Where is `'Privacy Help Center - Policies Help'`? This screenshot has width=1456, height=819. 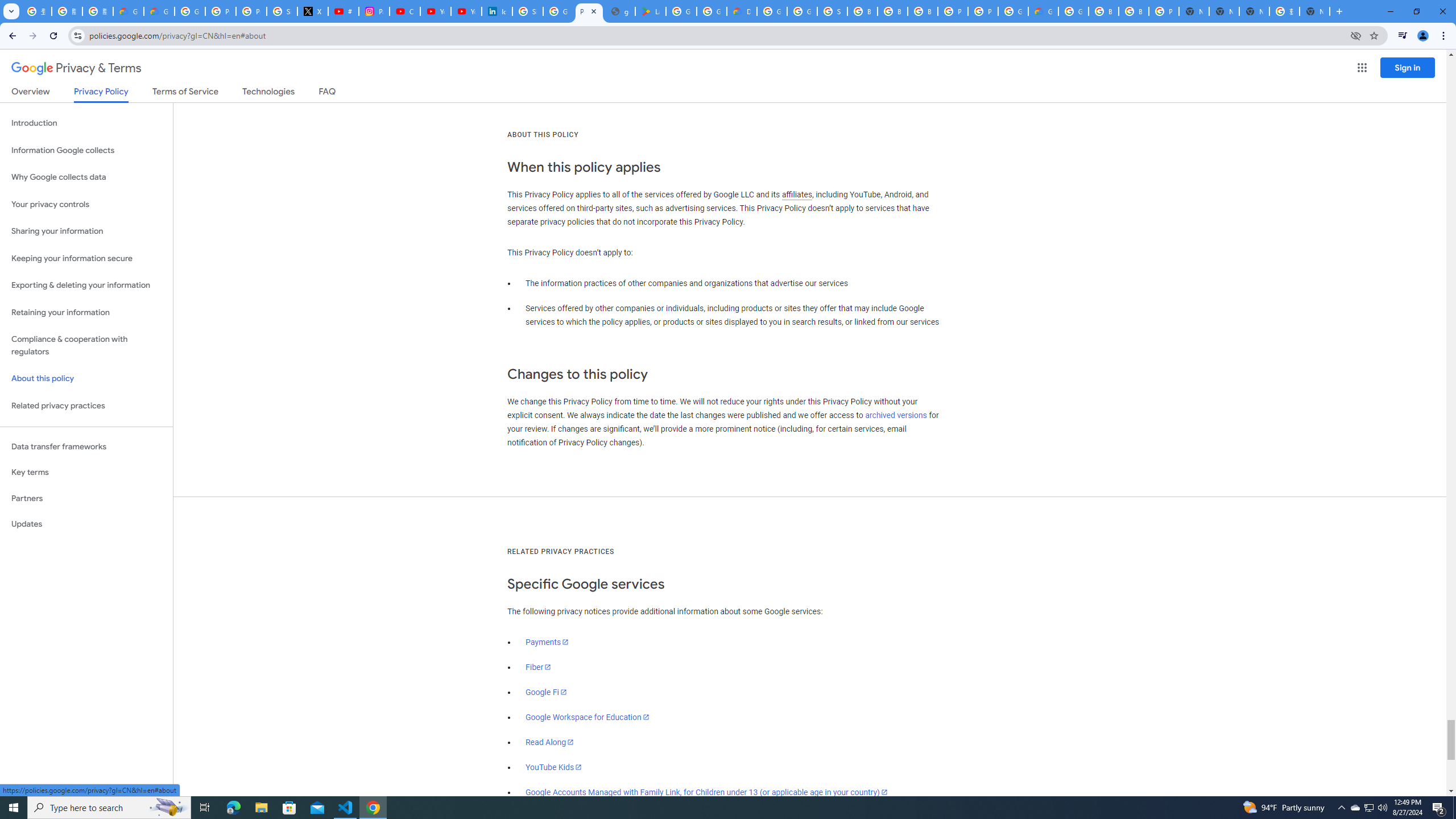 'Privacy Help Center - Policies Help' is located at coordinates (251, 11).